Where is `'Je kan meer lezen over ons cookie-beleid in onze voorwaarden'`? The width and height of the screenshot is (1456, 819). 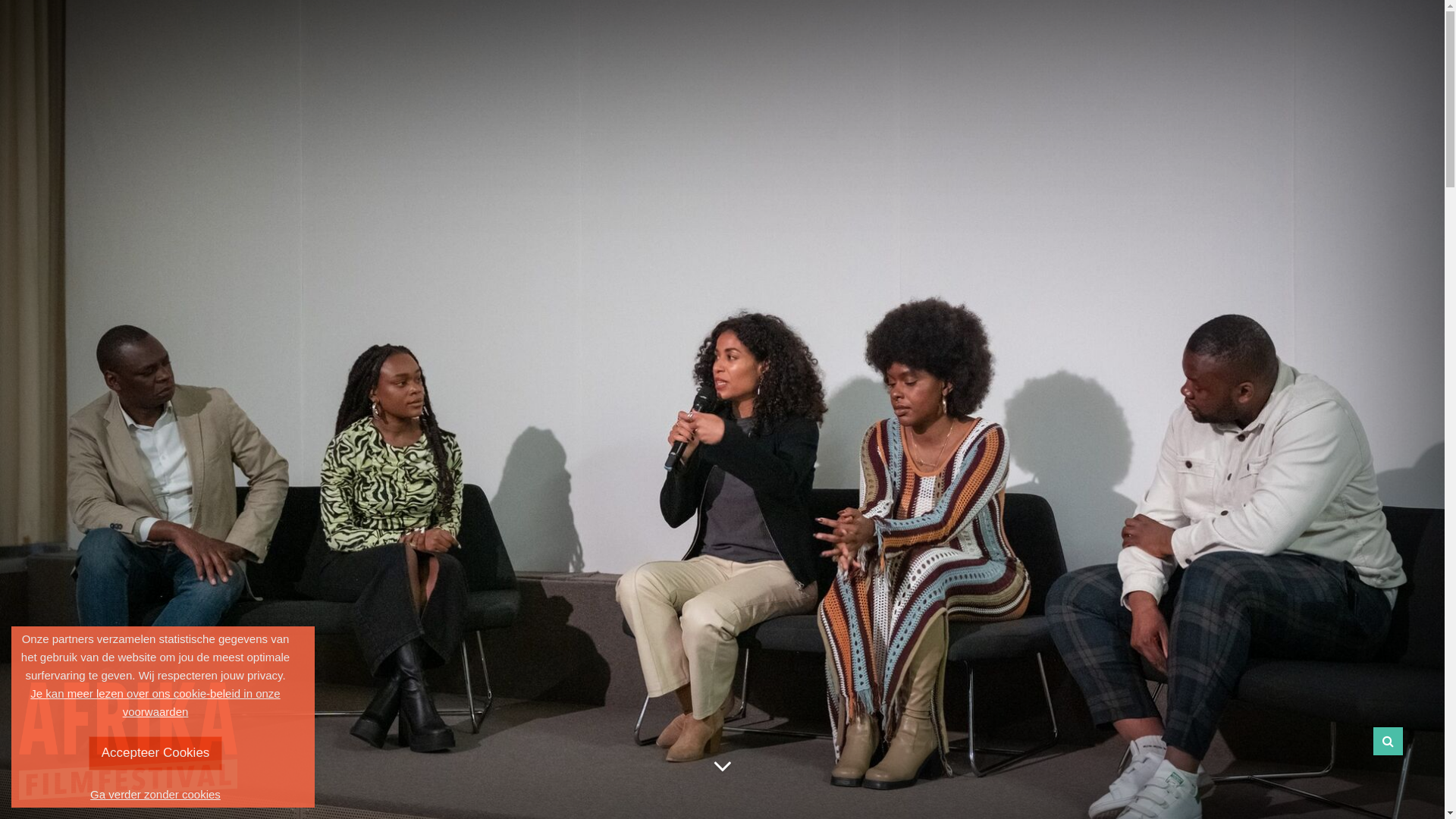
'Je kan meer lezen over ons cookie-beleid in onze voorwaarden' is located at coordinates (155, 702).